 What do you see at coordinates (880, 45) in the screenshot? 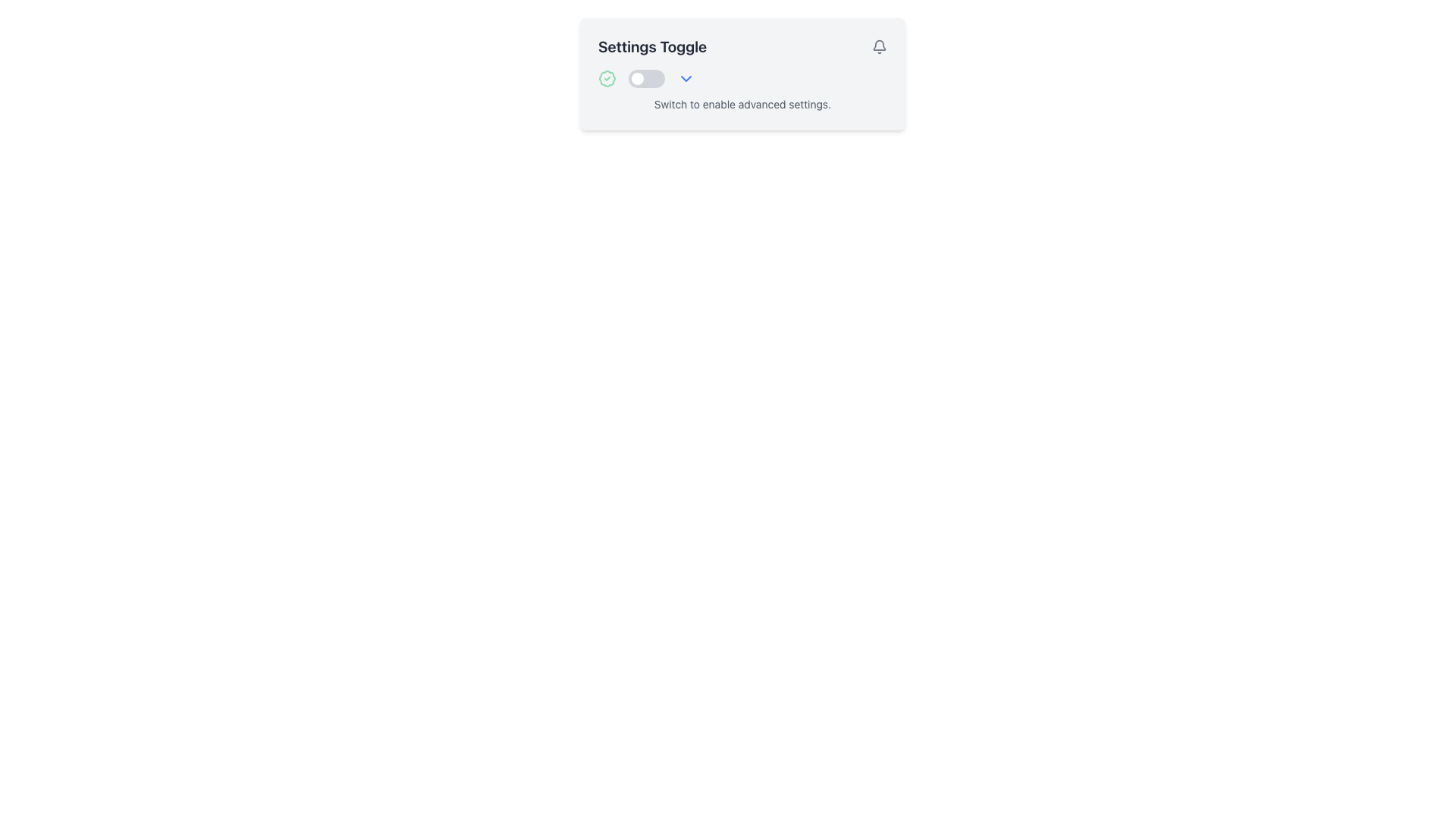
I see `the bell icon located at the top-right of the 'Settings Toggle' section` at bounding box center [880, 45].